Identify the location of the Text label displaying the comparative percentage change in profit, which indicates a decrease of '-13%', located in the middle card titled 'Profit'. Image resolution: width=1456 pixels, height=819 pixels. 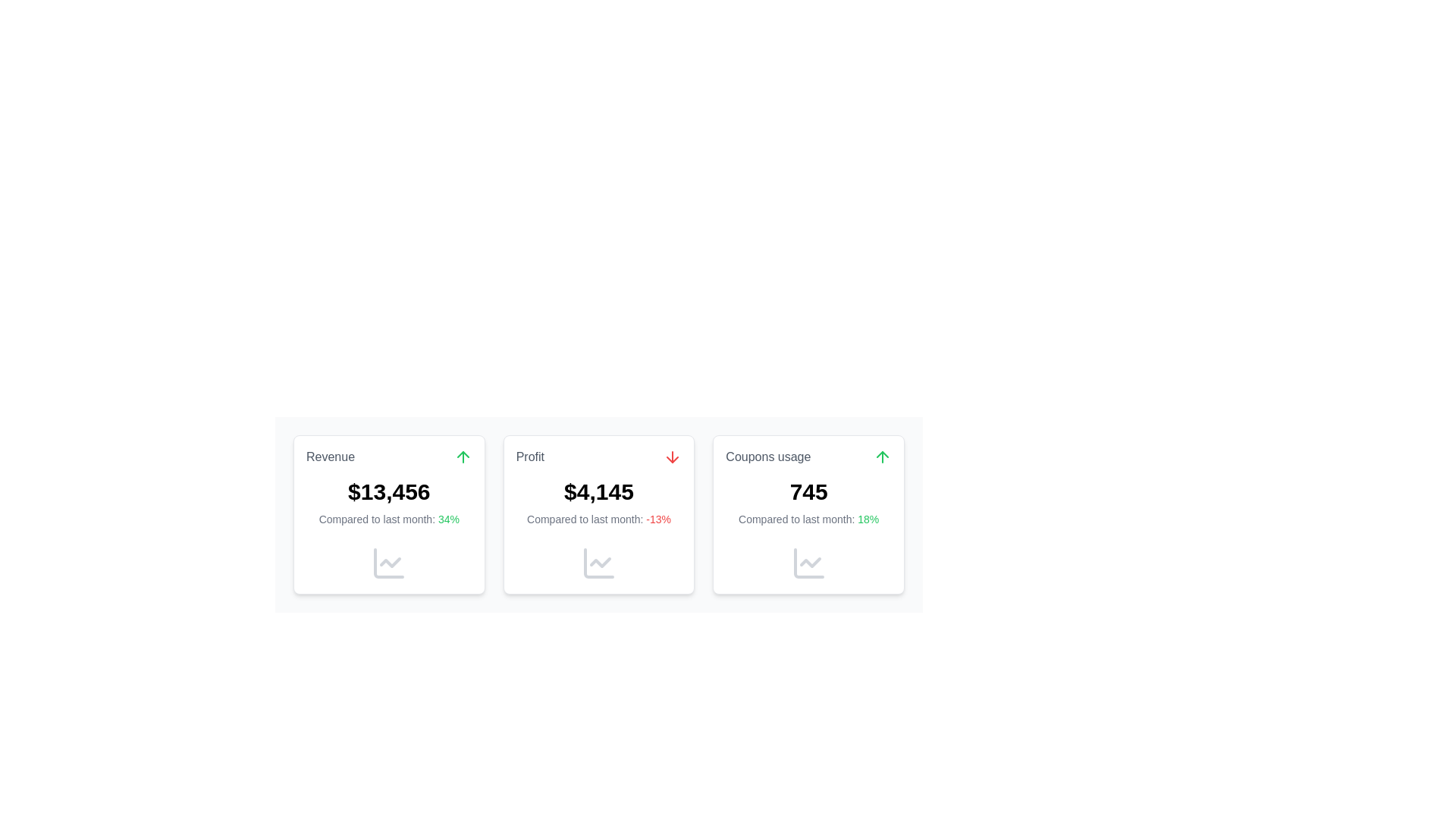
(598, 519).